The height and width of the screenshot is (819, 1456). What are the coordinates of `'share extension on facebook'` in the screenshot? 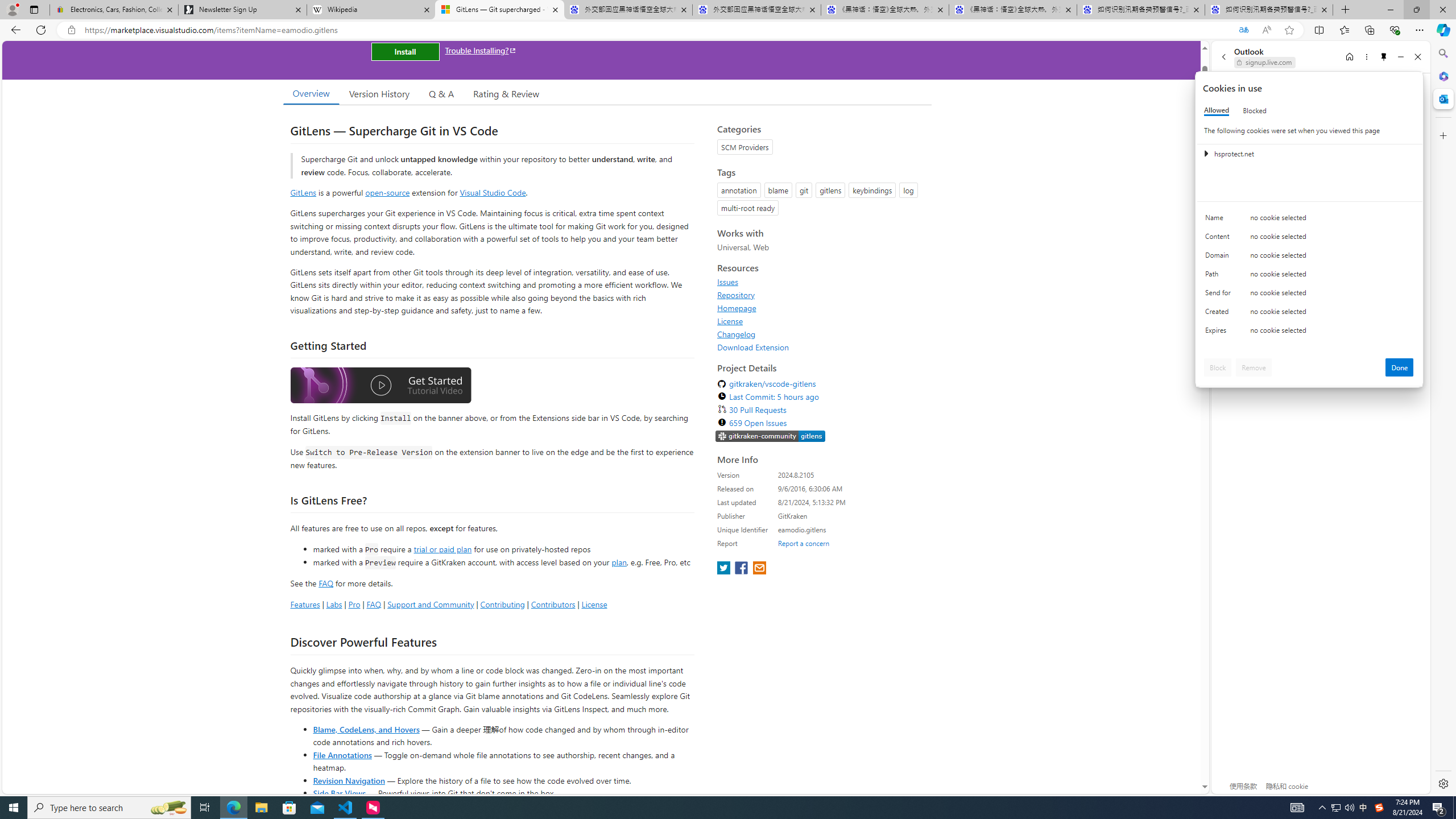 It's located at (742, 568).